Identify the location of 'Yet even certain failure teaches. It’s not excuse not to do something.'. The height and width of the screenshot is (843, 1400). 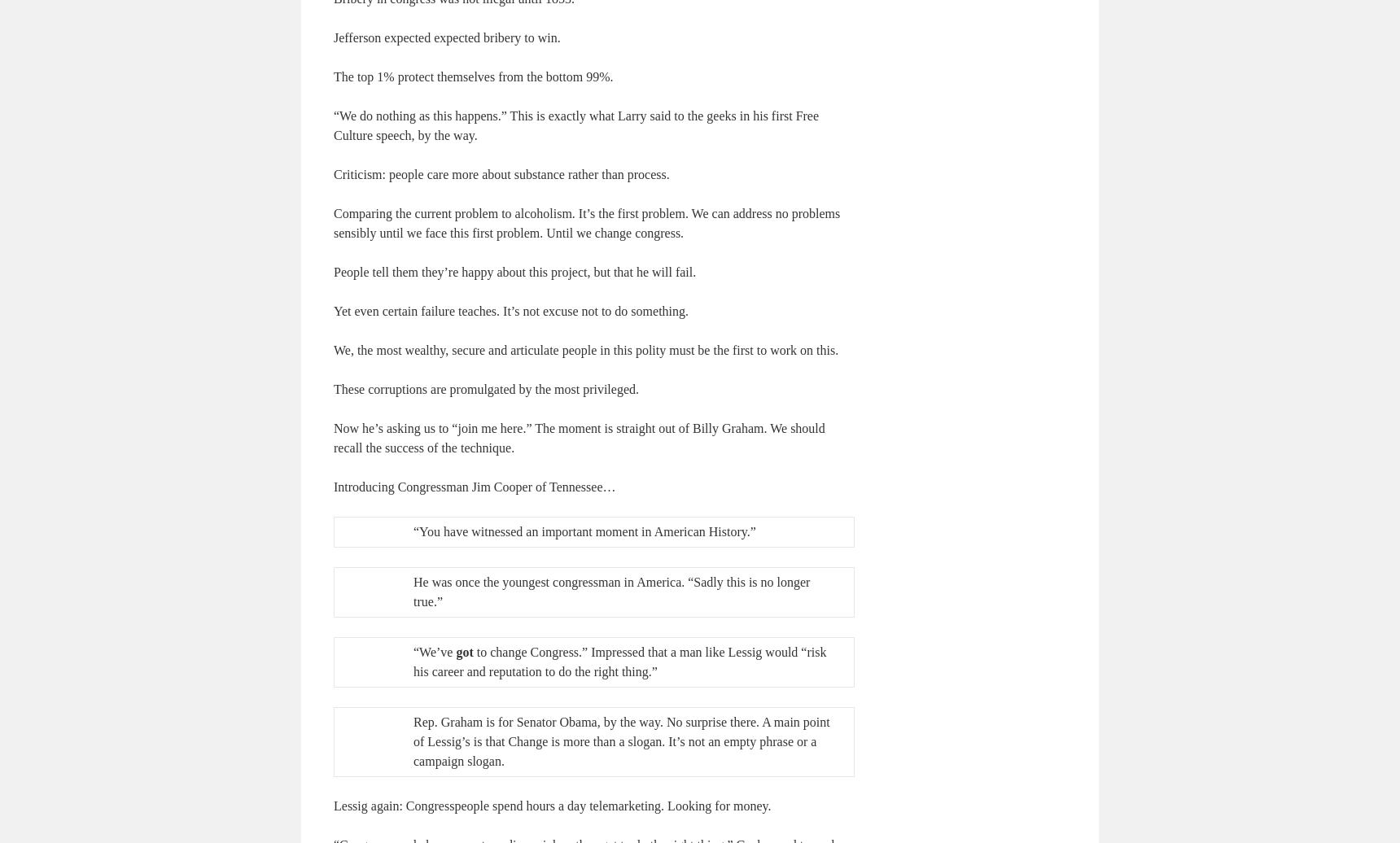
(510, 310).